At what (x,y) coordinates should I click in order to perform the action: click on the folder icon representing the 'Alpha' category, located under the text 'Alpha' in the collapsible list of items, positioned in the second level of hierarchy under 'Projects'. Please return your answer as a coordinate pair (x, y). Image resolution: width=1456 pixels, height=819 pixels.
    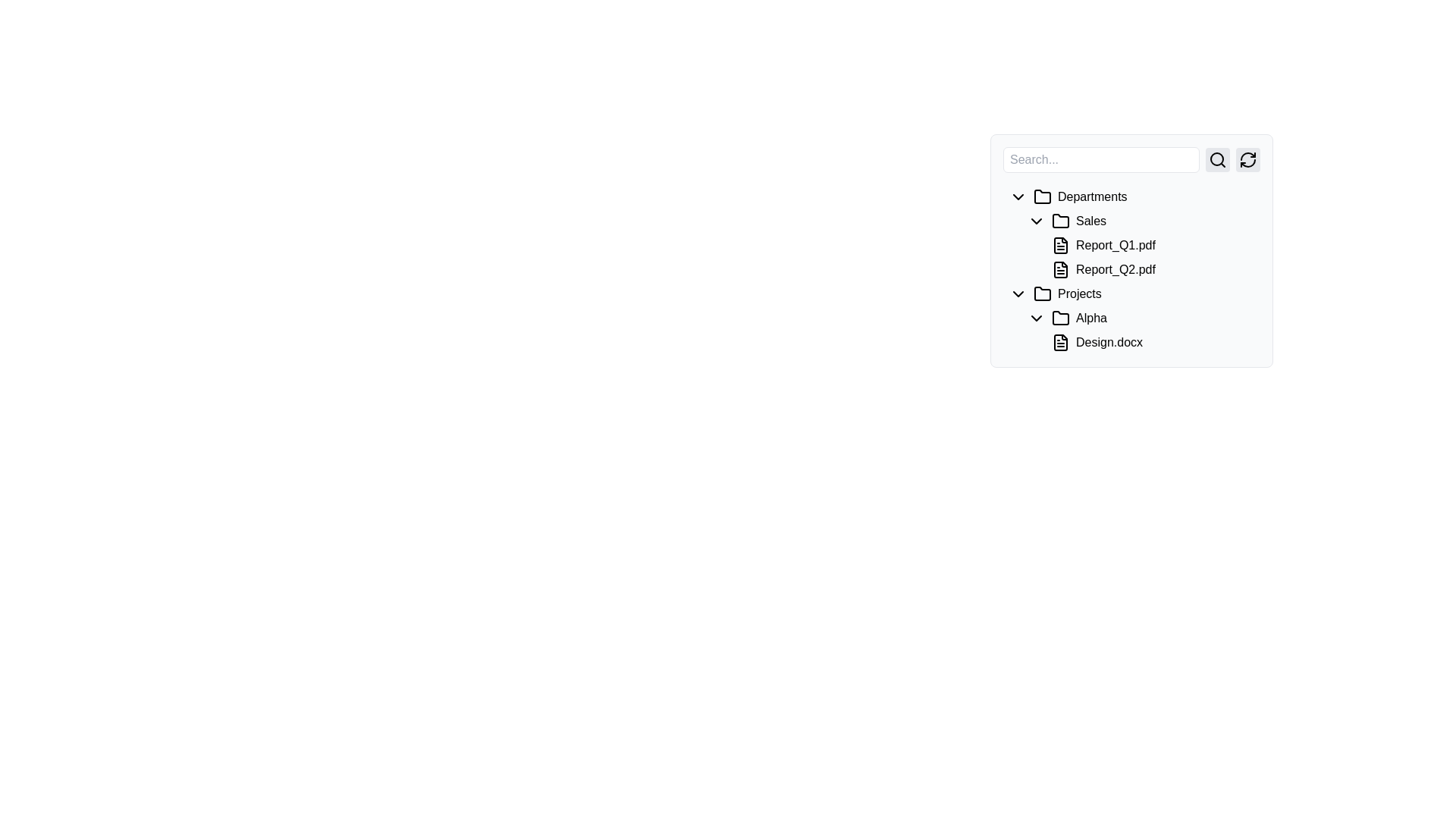
    Looking at the image, I should click on (1062, 318).